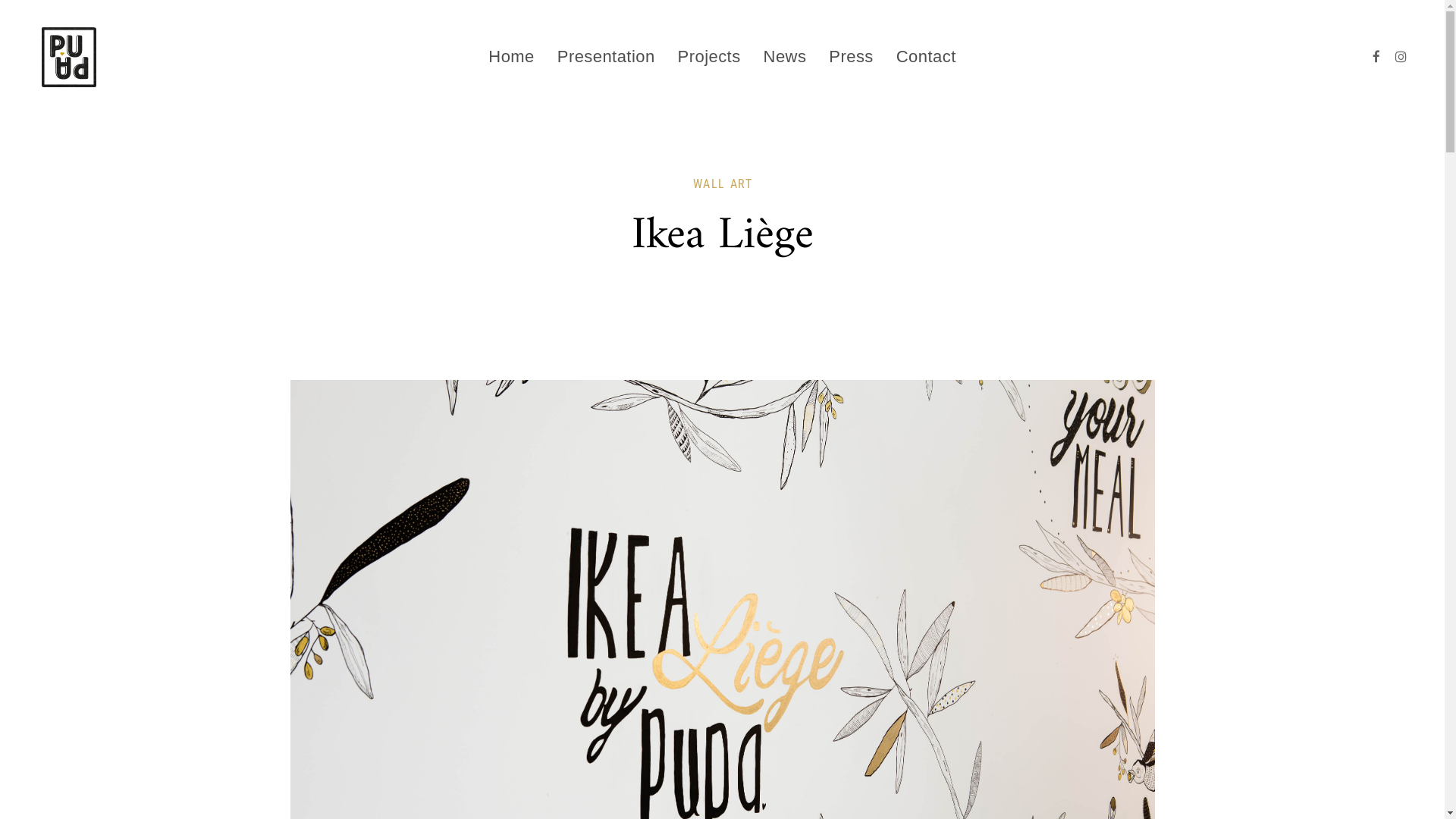 Image resolution: width=1456 pixels, height=819 pixels. What do you see at coordinates (851, 55) in the screenshot?
I see `'Press'` at bounding box center [851, 55].